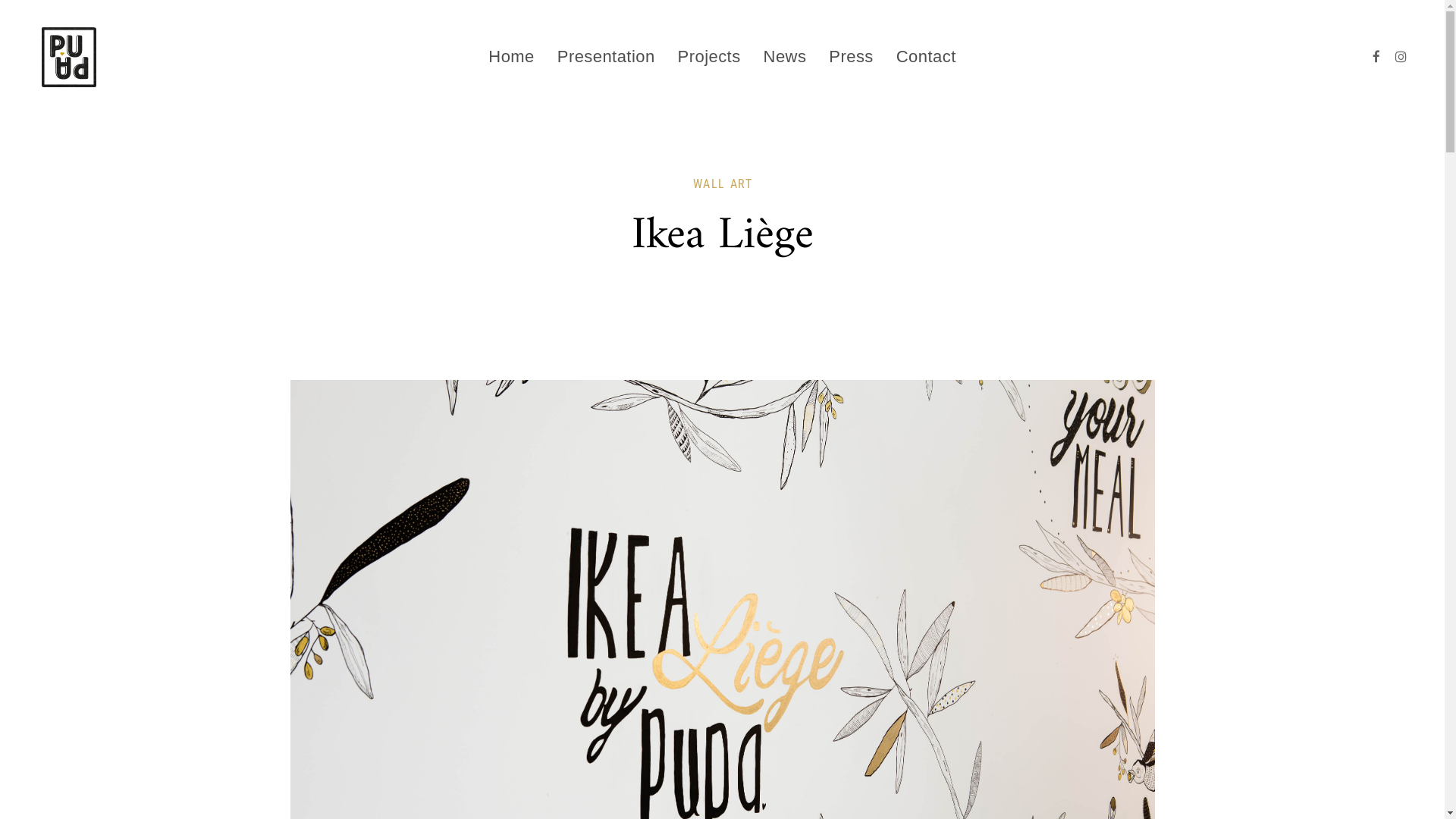 Image resolution: width=1456 pixels, height=819 pixels. What do you see at coordinates (851, 55) in the screenshot?
I see `'Press'` at bounding box center [851, 55].